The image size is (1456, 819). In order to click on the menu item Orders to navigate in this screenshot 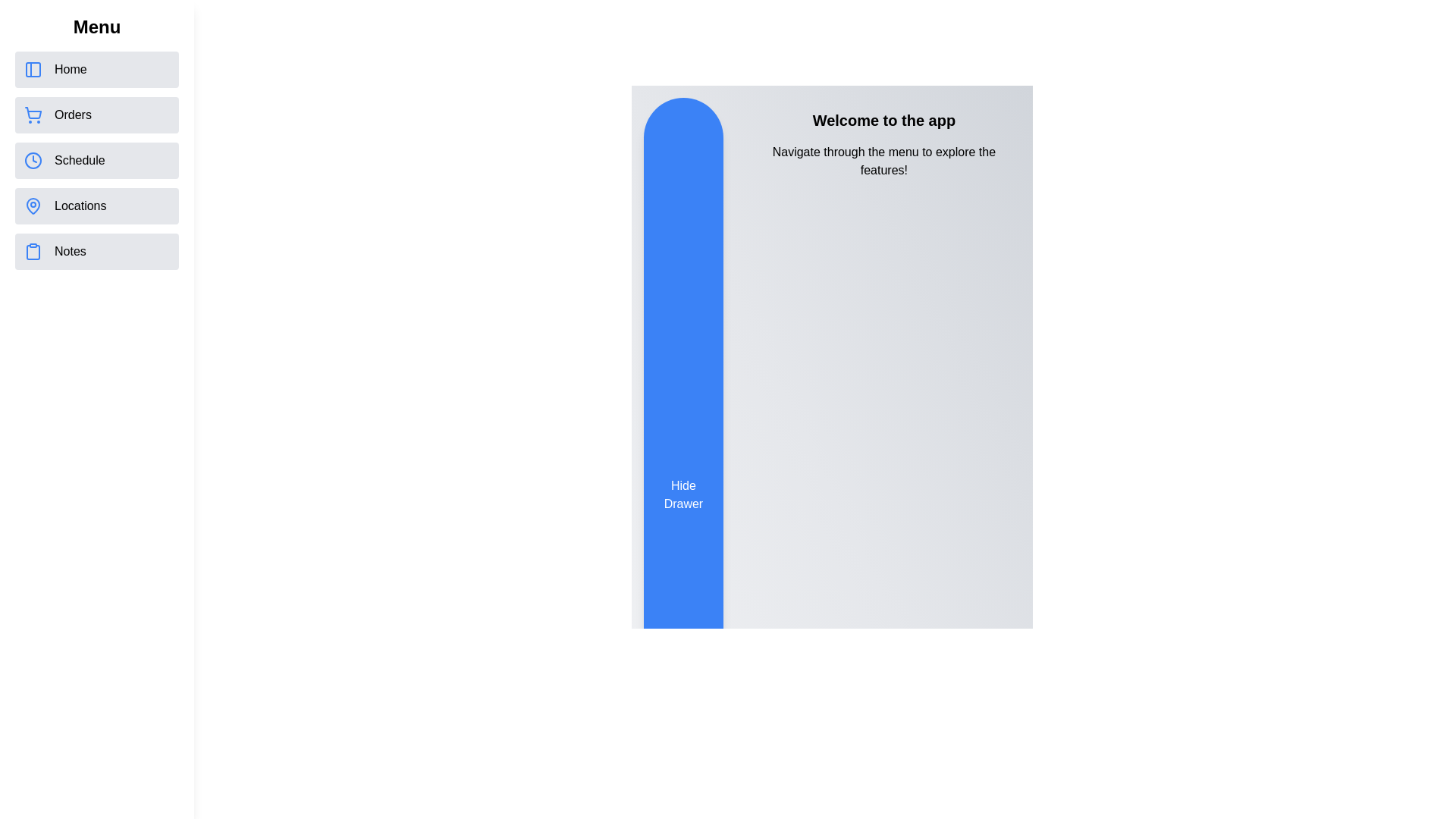, I will do `click(96, 114)`.